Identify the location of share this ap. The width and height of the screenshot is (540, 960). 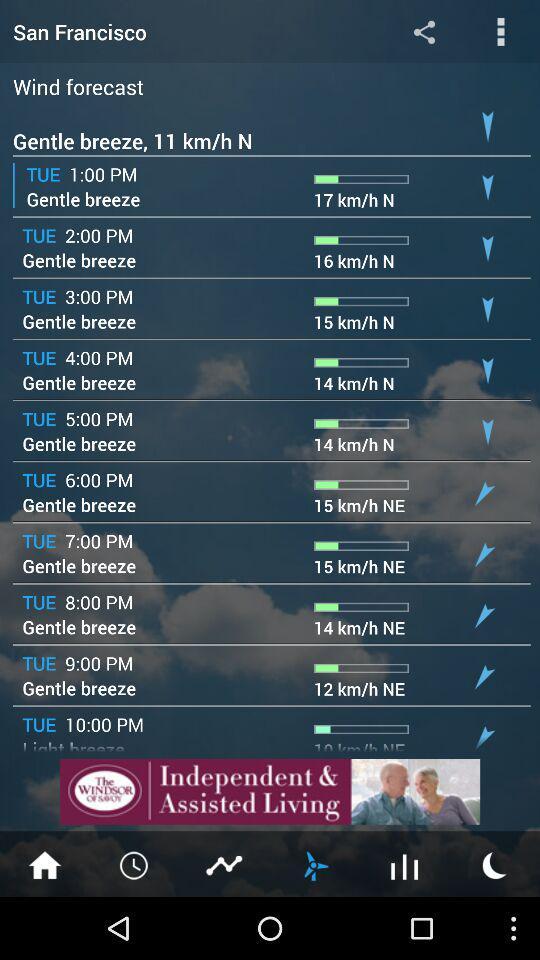
(423, 30).